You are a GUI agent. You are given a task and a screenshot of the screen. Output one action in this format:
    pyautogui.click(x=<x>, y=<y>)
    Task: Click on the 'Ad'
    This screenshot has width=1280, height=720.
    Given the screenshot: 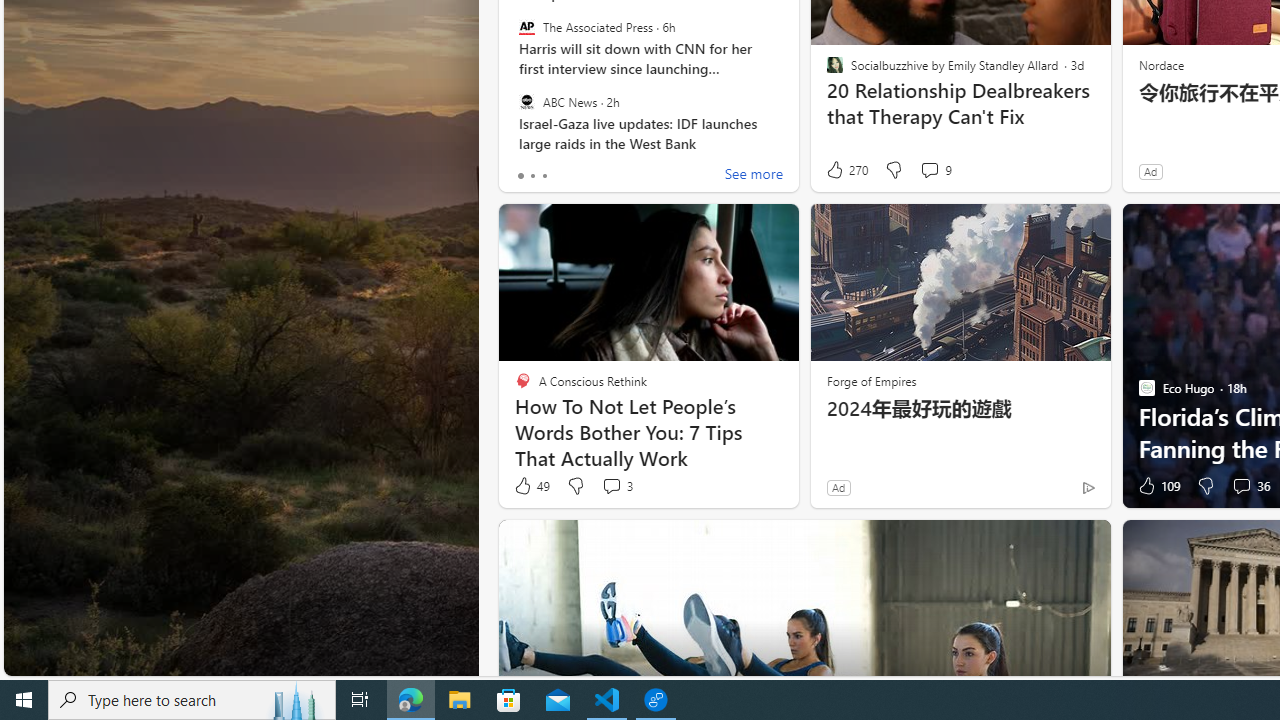 What is the action you would take?
    pyautogui.click(x=838, y=487)
    